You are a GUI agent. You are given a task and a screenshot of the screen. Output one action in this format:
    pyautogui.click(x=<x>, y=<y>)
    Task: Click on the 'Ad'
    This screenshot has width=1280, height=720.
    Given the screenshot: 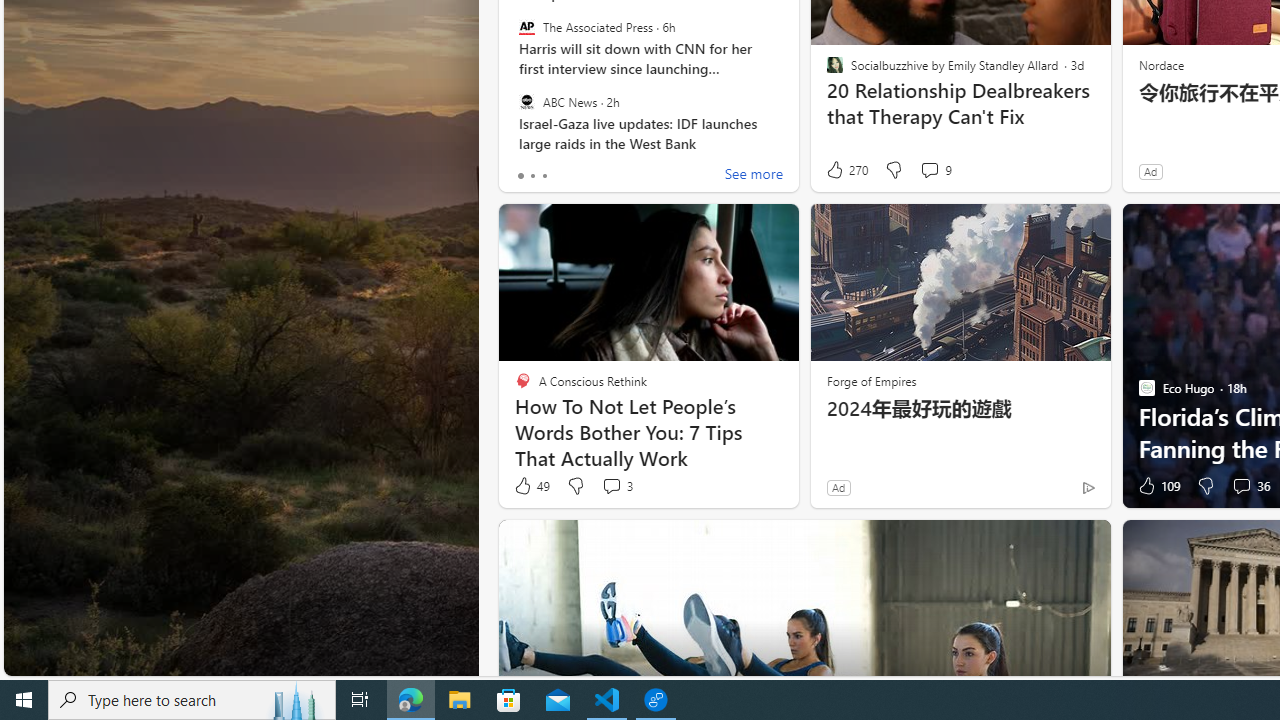 What is the action you would take?
    pyautogui.click(x=838, y=487)
    